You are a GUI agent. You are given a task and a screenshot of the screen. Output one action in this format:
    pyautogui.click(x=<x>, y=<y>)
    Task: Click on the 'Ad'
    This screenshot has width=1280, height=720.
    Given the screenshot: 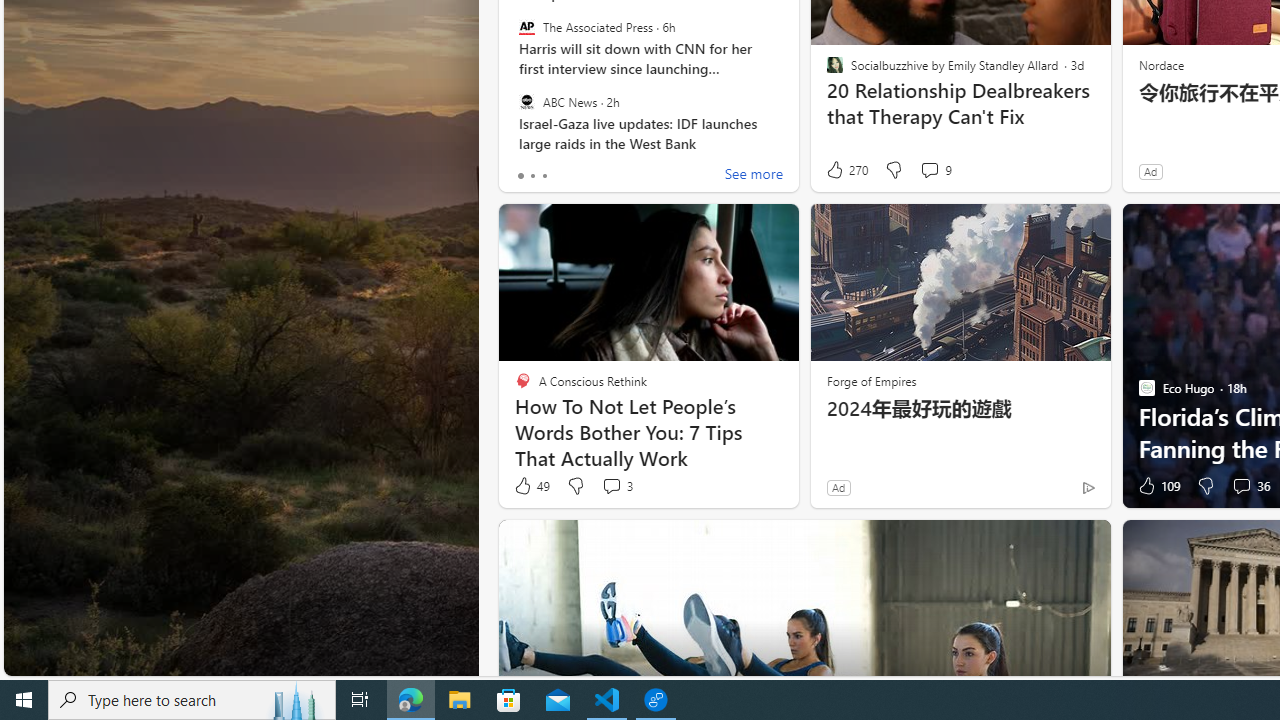 What is the action you would take?
    pyautogui.click(x=838, y=487)
    